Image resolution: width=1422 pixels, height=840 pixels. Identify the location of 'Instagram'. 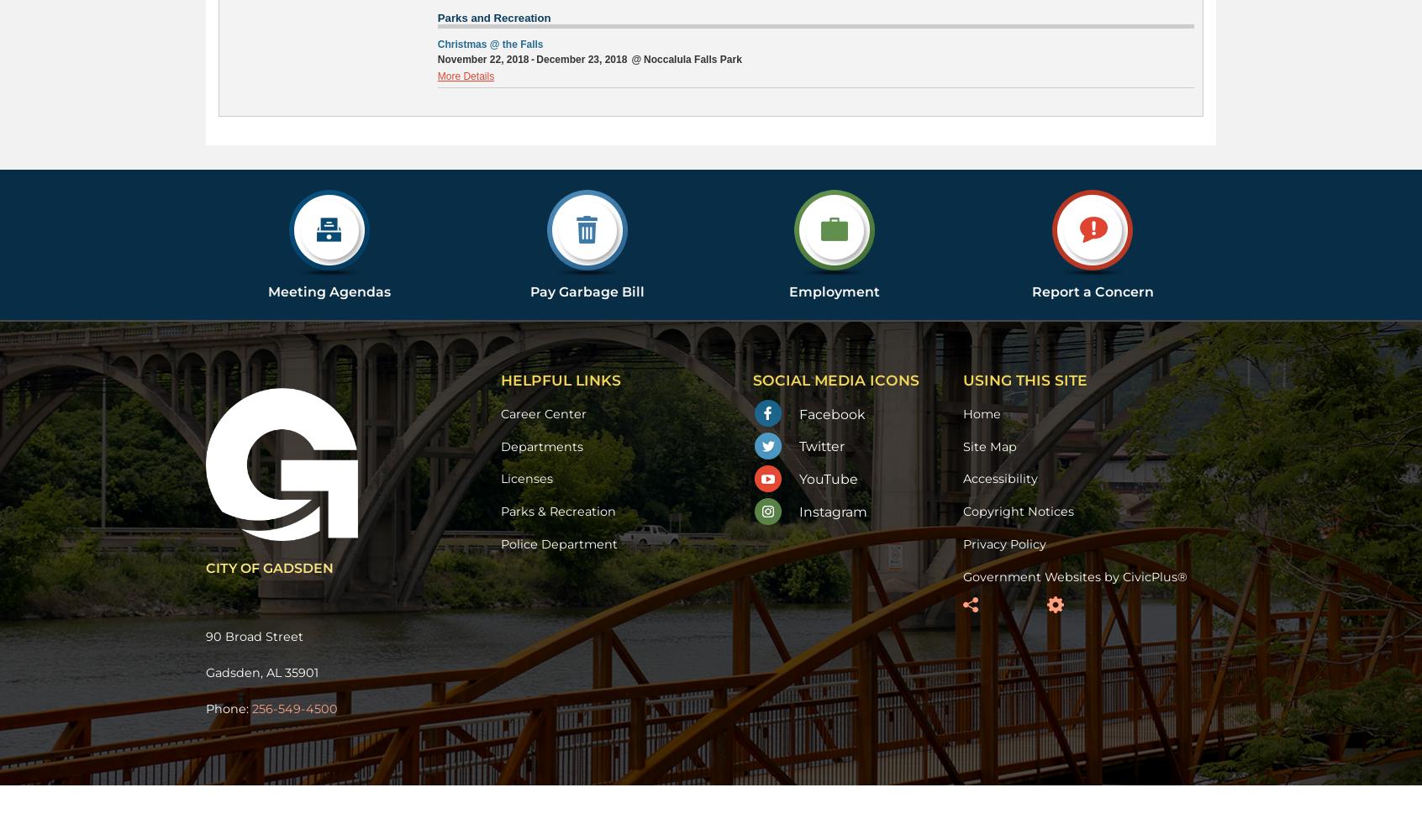
(832, 511).